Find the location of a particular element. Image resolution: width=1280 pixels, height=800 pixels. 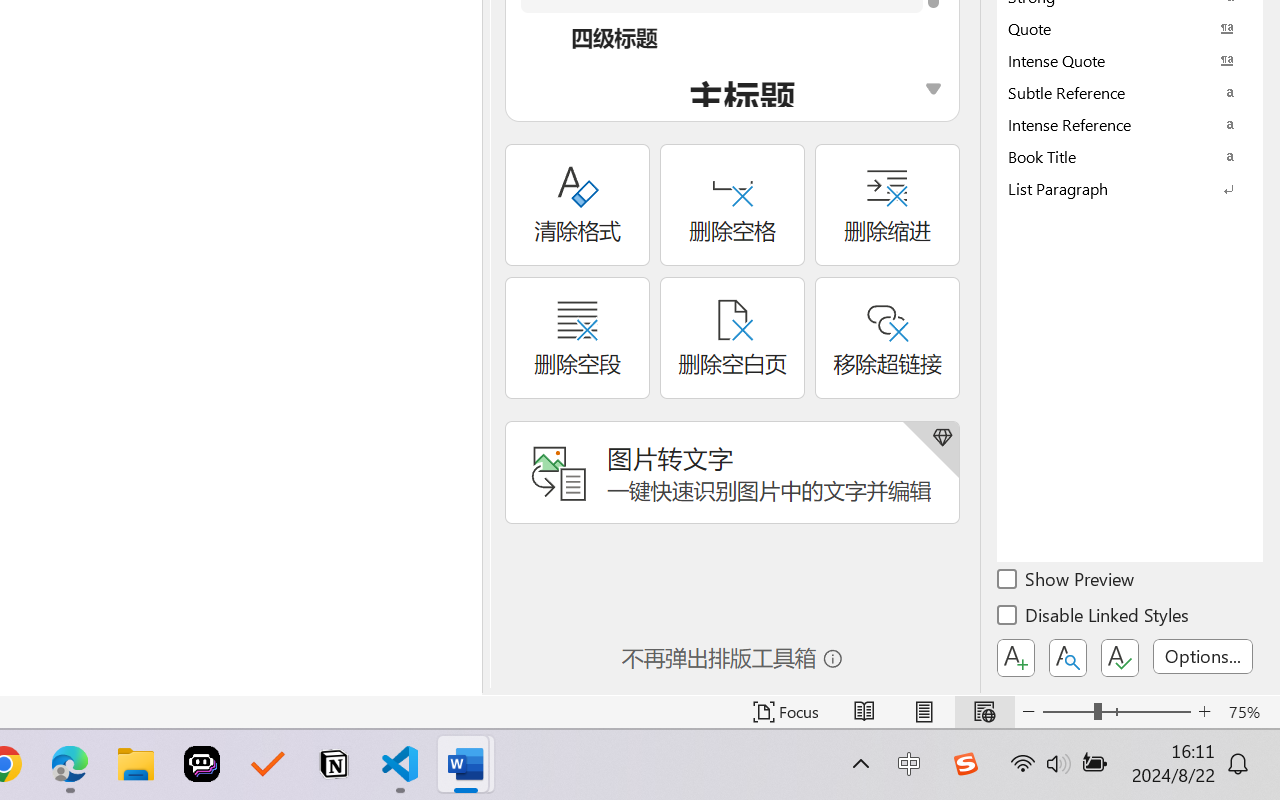

'Subtle Reference' is located at coordinates (1130, 92).